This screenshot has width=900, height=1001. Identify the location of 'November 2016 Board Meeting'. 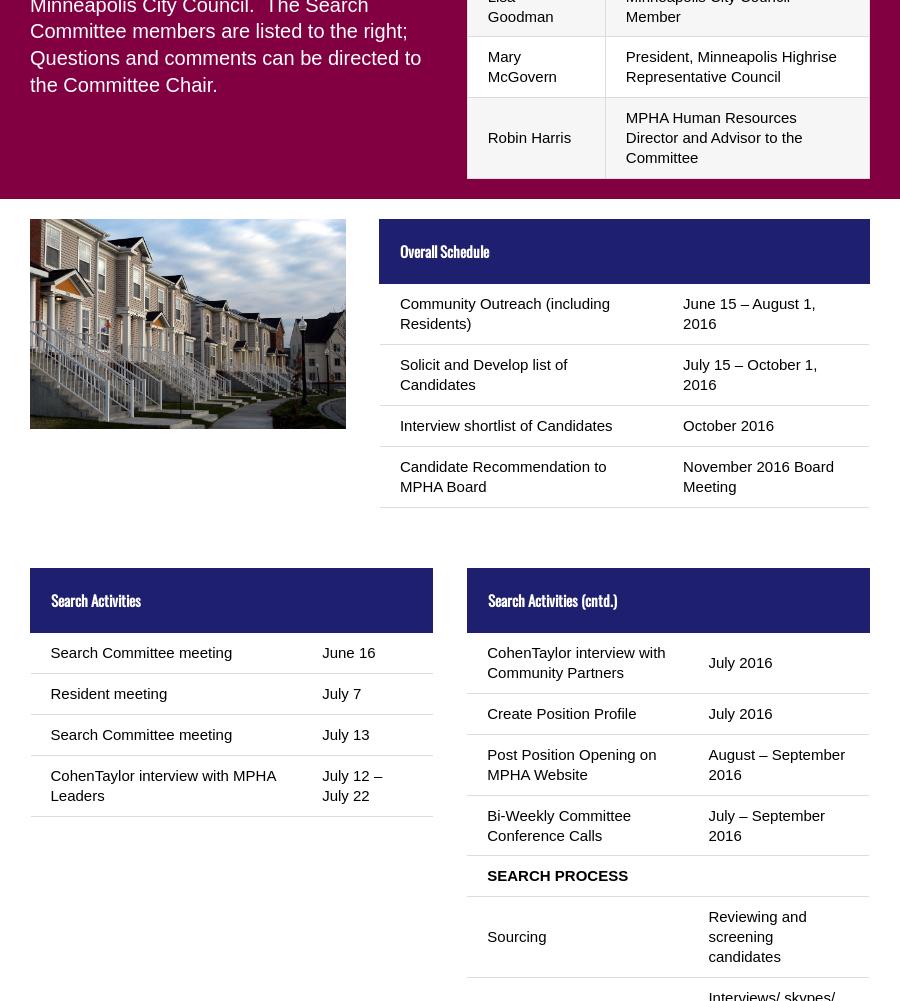
(757, 475).